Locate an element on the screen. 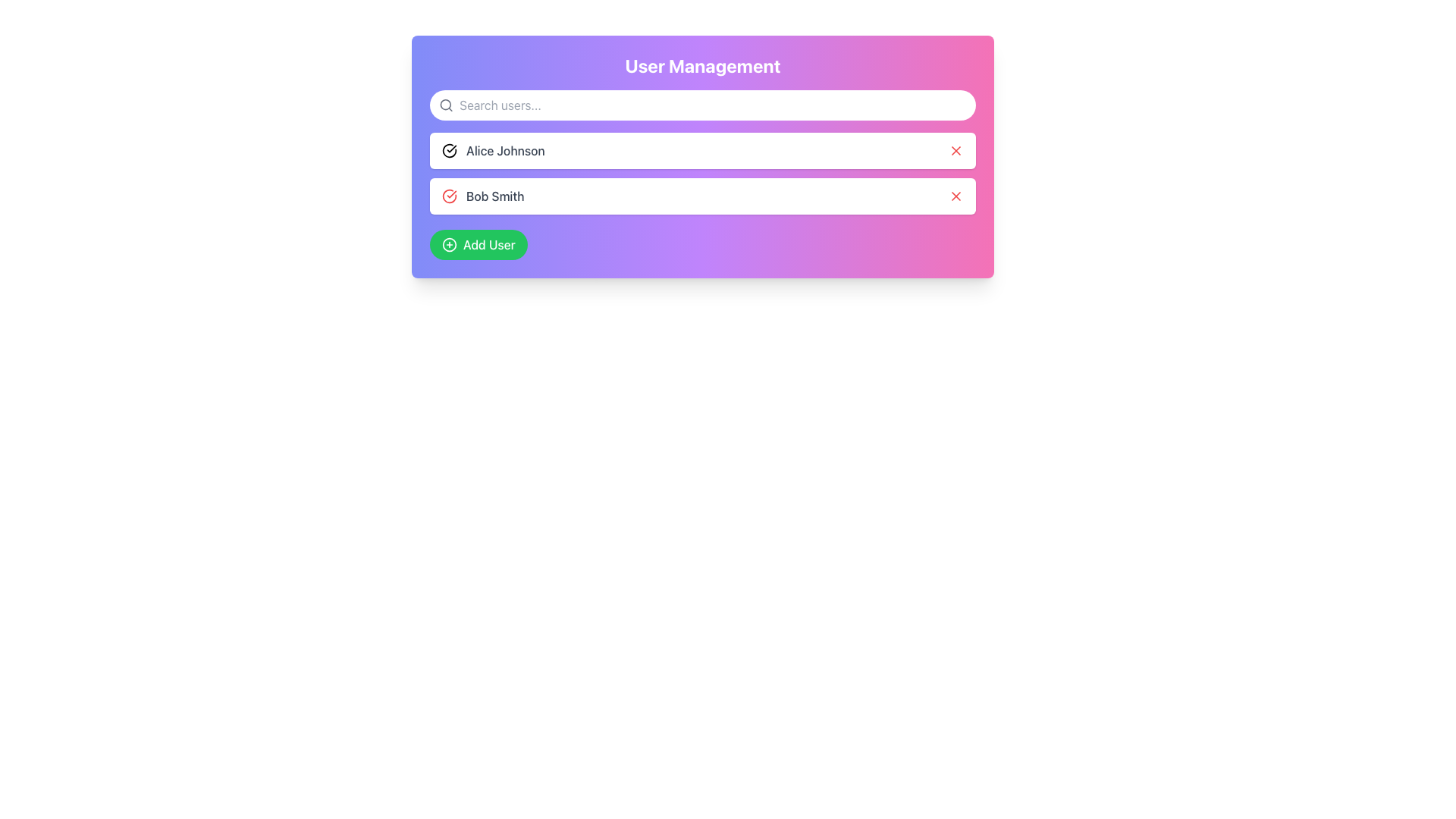 This screenshot has width=1456, height=819. the verification icon to the left of 'Alice Johnson', which signifies that the user is verified or in good standing is located at coordinates (449, 151).